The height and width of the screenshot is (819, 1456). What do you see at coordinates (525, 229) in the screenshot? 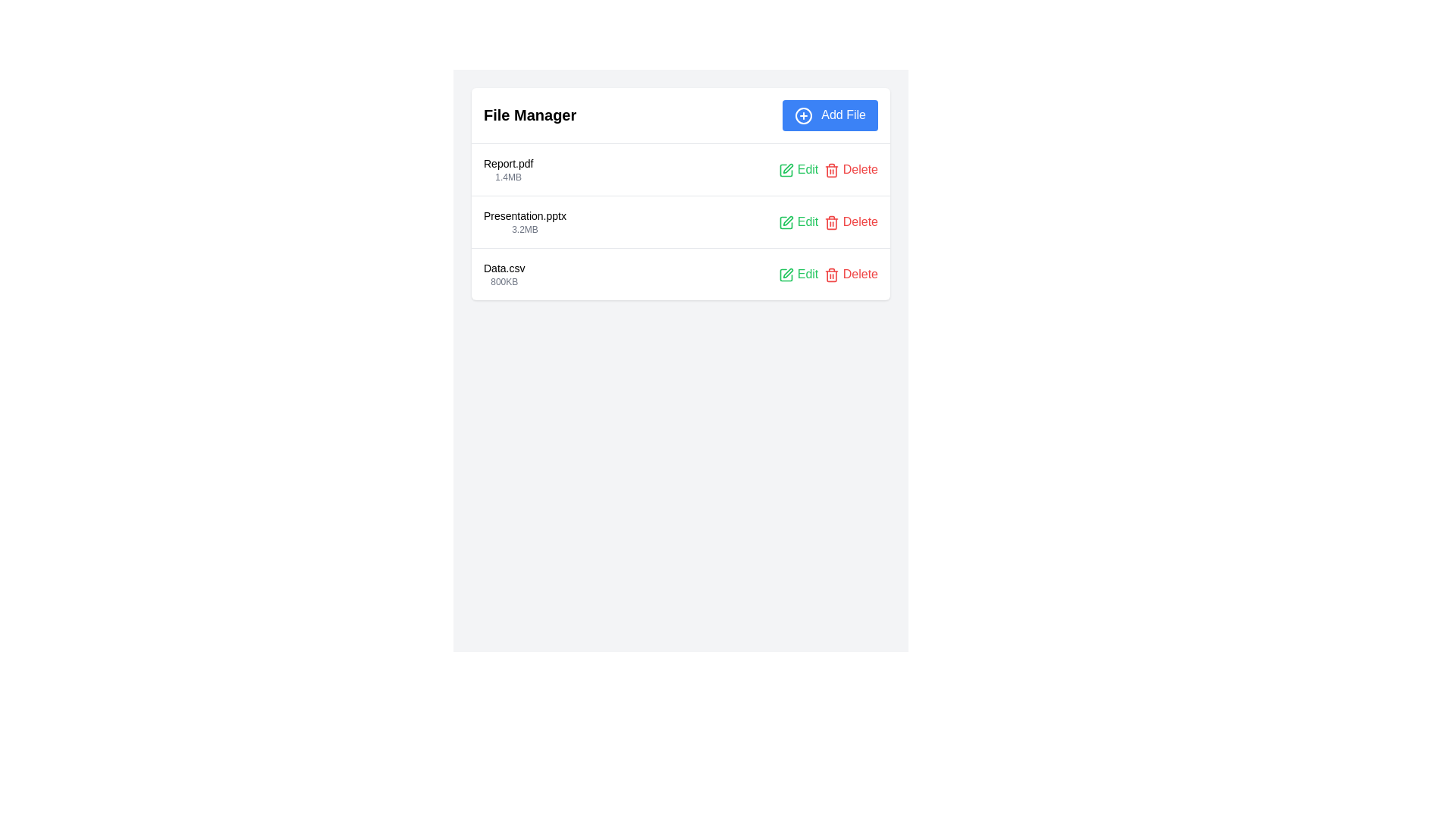
I see `the text label displaying '3.2MB' located below the filename 'Presentation.pptx' in the File Manager interface` at bounding box center [525, 229].